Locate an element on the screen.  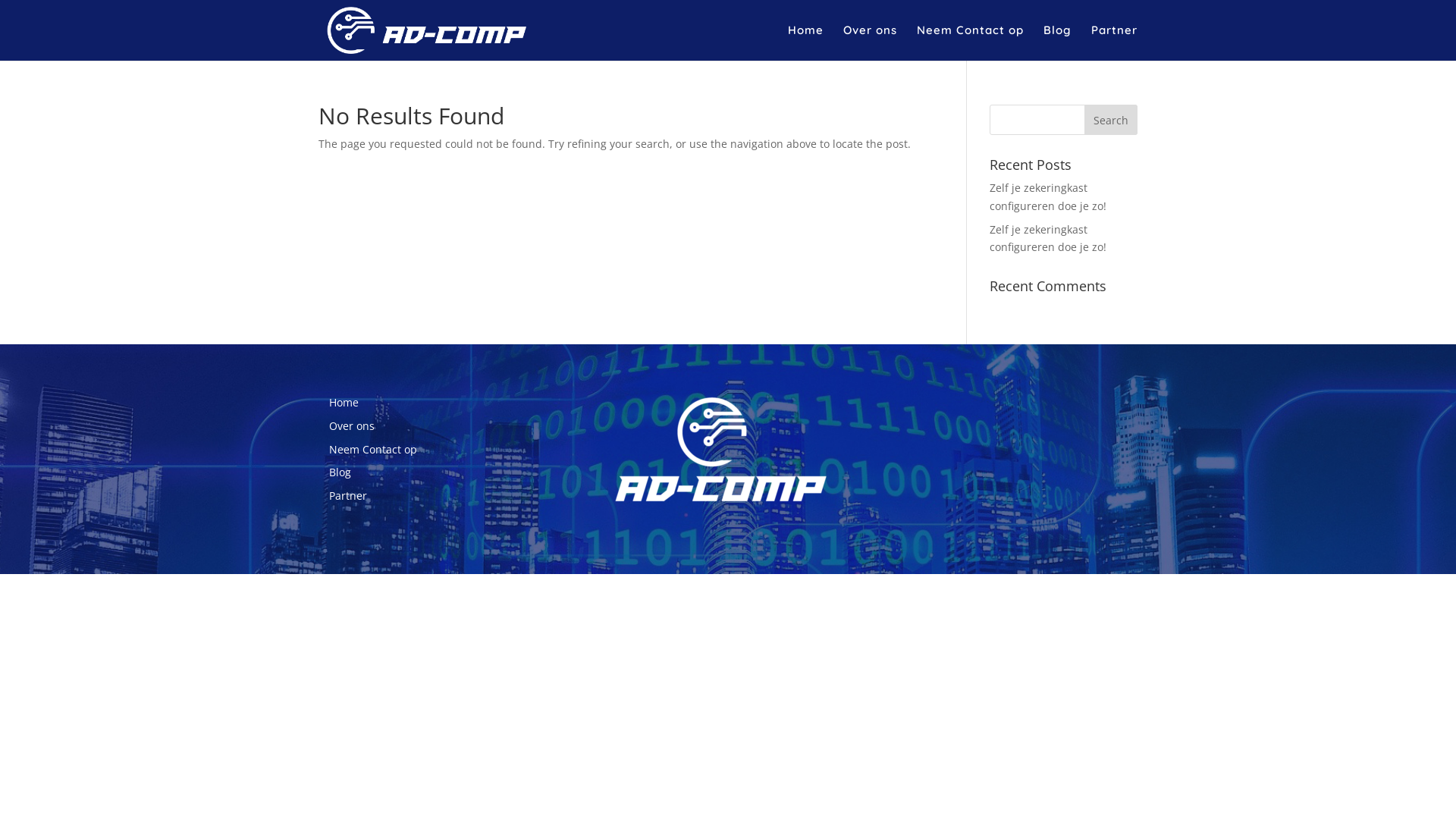
'Zelf je zekeringkast configureren doe je zo!' is located at coordinates (1047, 196).